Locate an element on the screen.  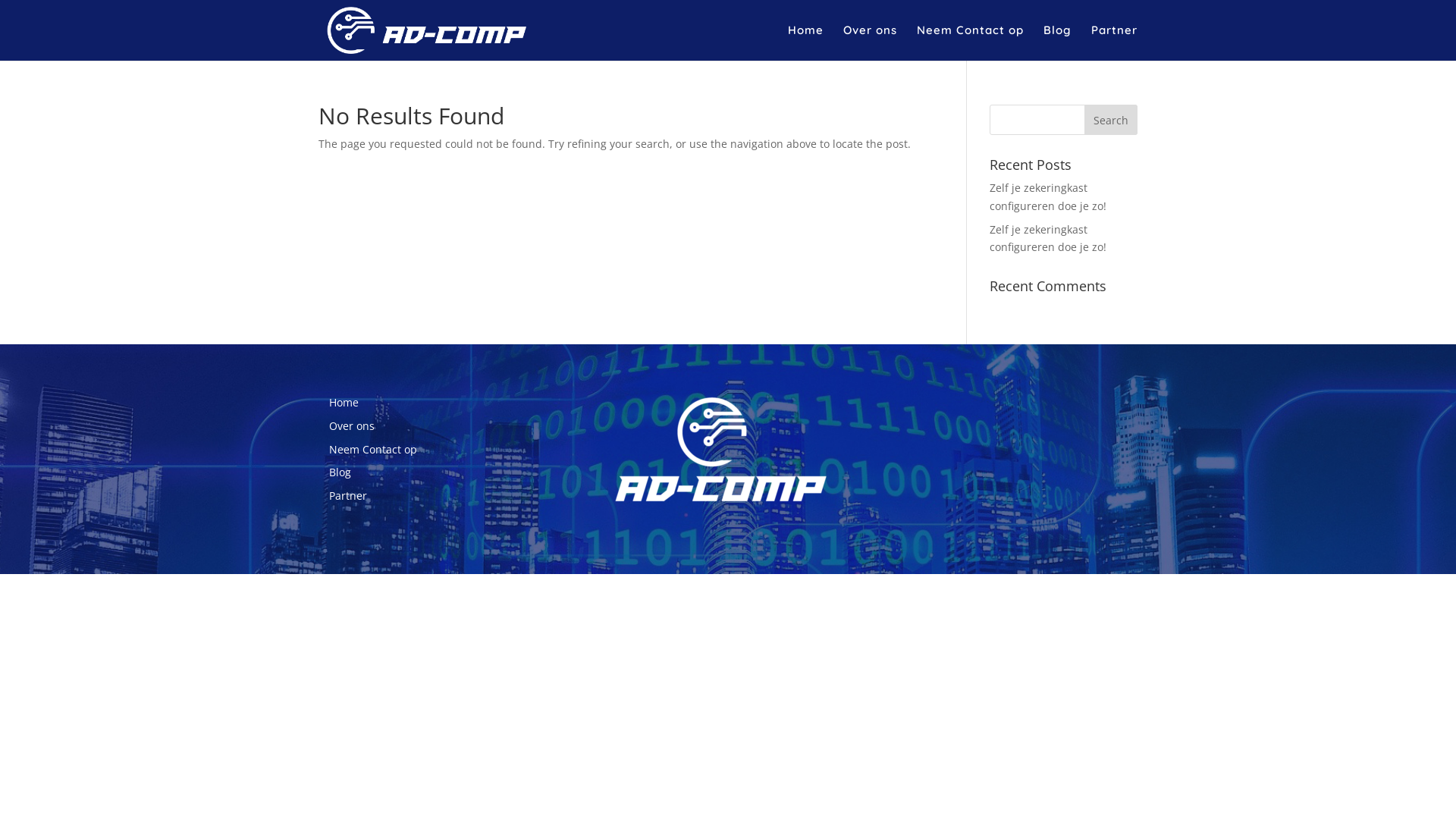
'Zelf je zekeringkast configureren doe je zo!' is located at coordinates (1047, 196).